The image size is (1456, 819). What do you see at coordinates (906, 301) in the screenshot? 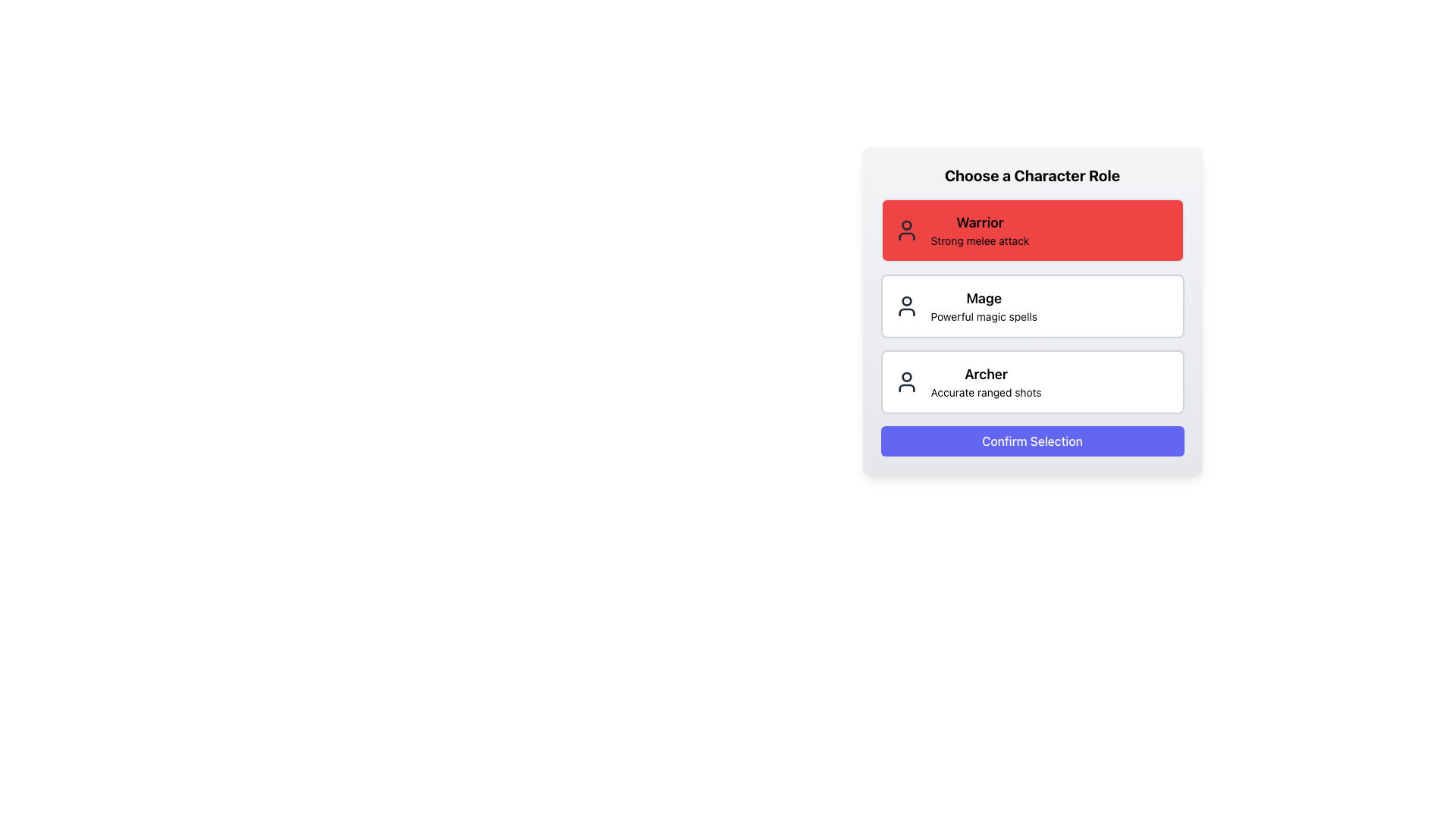
I see `the Circle graphical element representing the head of the user icon for the 'Mage' role option in the SVG interface` at bounding box center [906, 301].